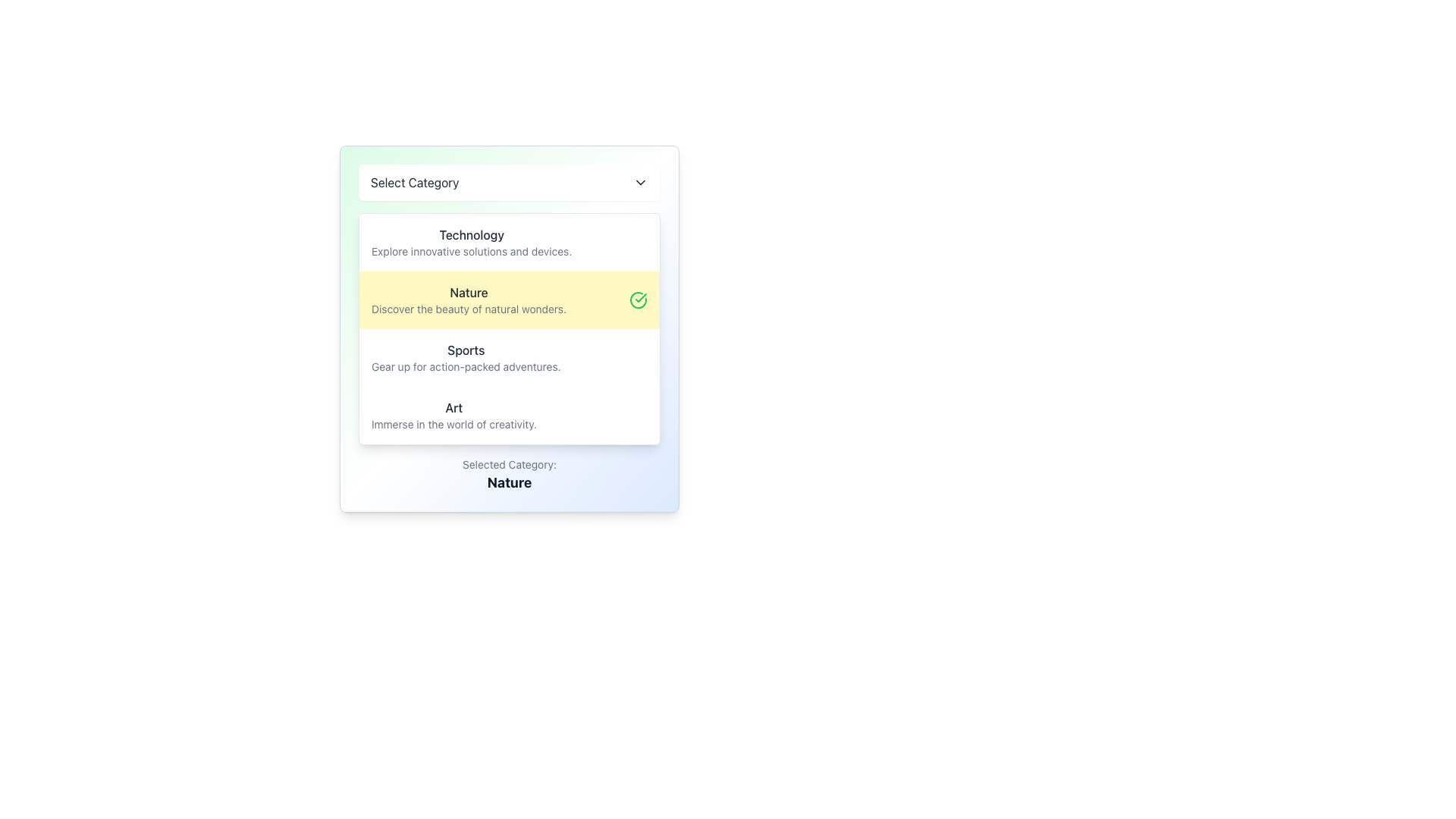 The image size is (1456, 819). I want to click on the 'Sports' category heading in the dropdown menu to focus or select the associated category, so click(465, 350).